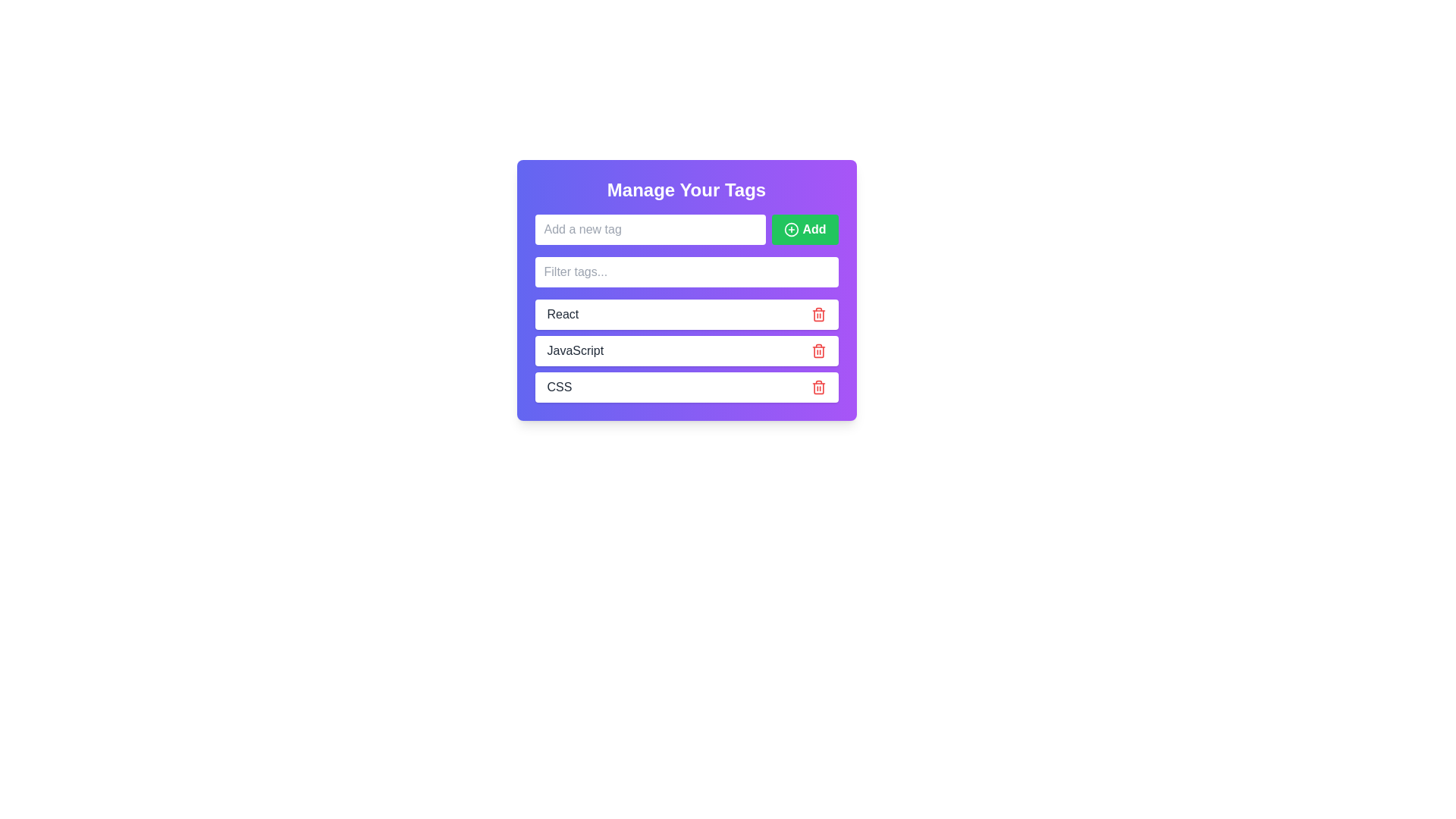 The width and height of the screenshot is (1456, 819). Describe the element at coordinates (686, 314) in the screenshot. I see `the 'React' tag component, which includes a delete button` at that location.